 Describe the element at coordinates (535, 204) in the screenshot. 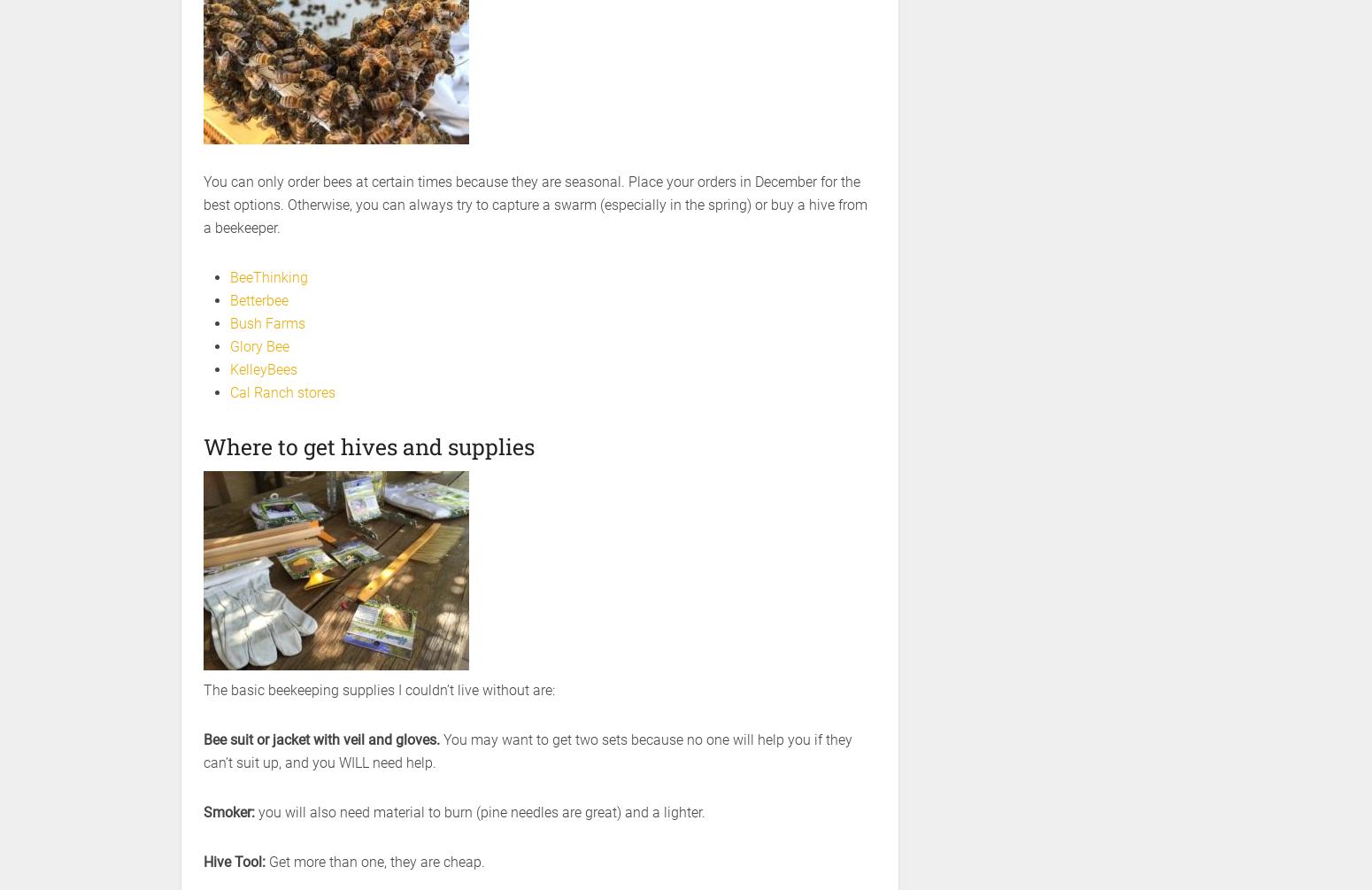

I see `'You can only order bees at certain times because they are seasonal. Place your orders in December for the best options. Otherwise, you can always try to capture a swarm (especially in the spring) or buy a hive from a beekeeper.'` at that location.